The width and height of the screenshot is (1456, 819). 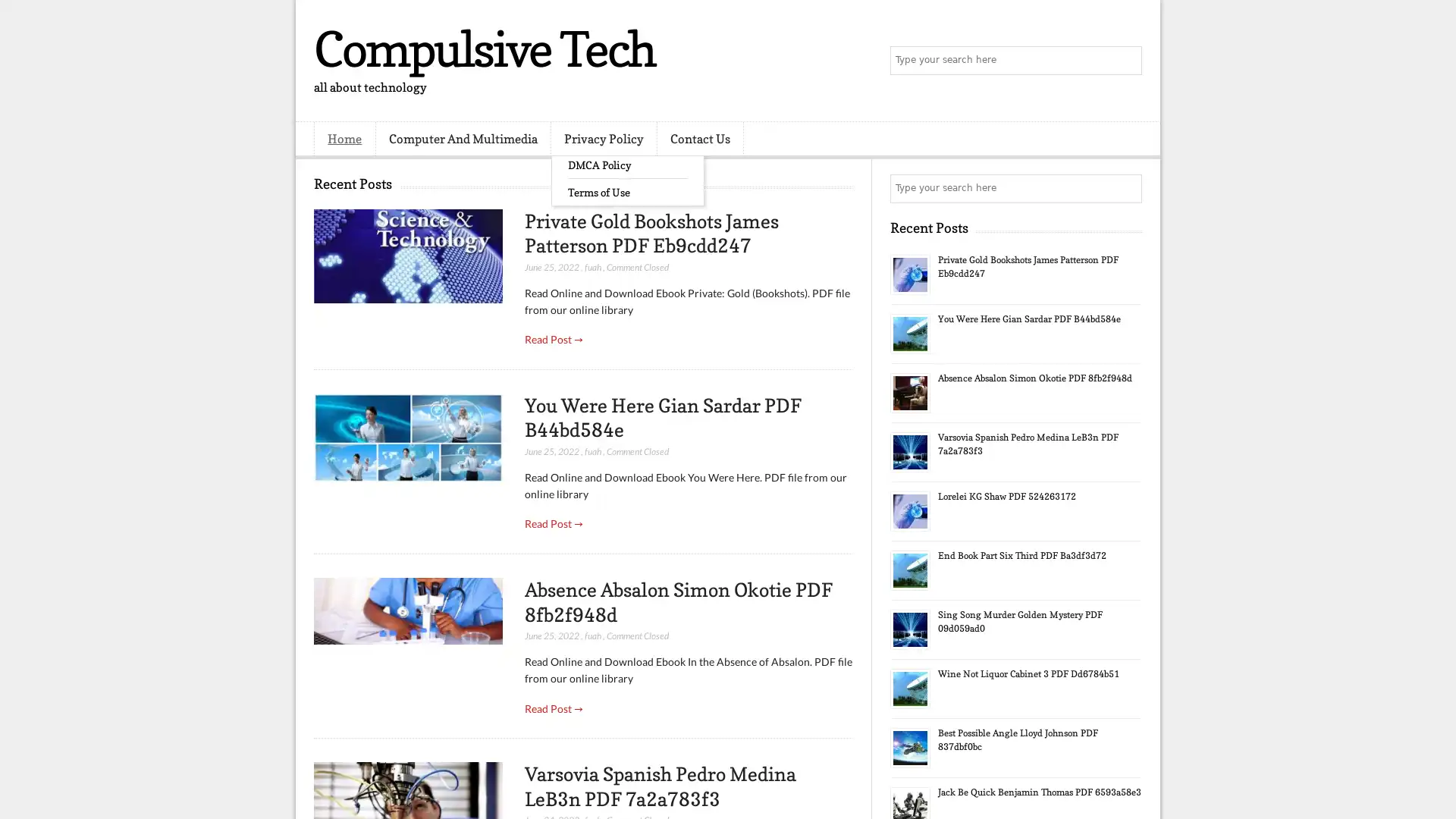 What do you see at coordinates (1126, 188) in the screenshot?
I see `Search` at bounding box center [1126, 188].